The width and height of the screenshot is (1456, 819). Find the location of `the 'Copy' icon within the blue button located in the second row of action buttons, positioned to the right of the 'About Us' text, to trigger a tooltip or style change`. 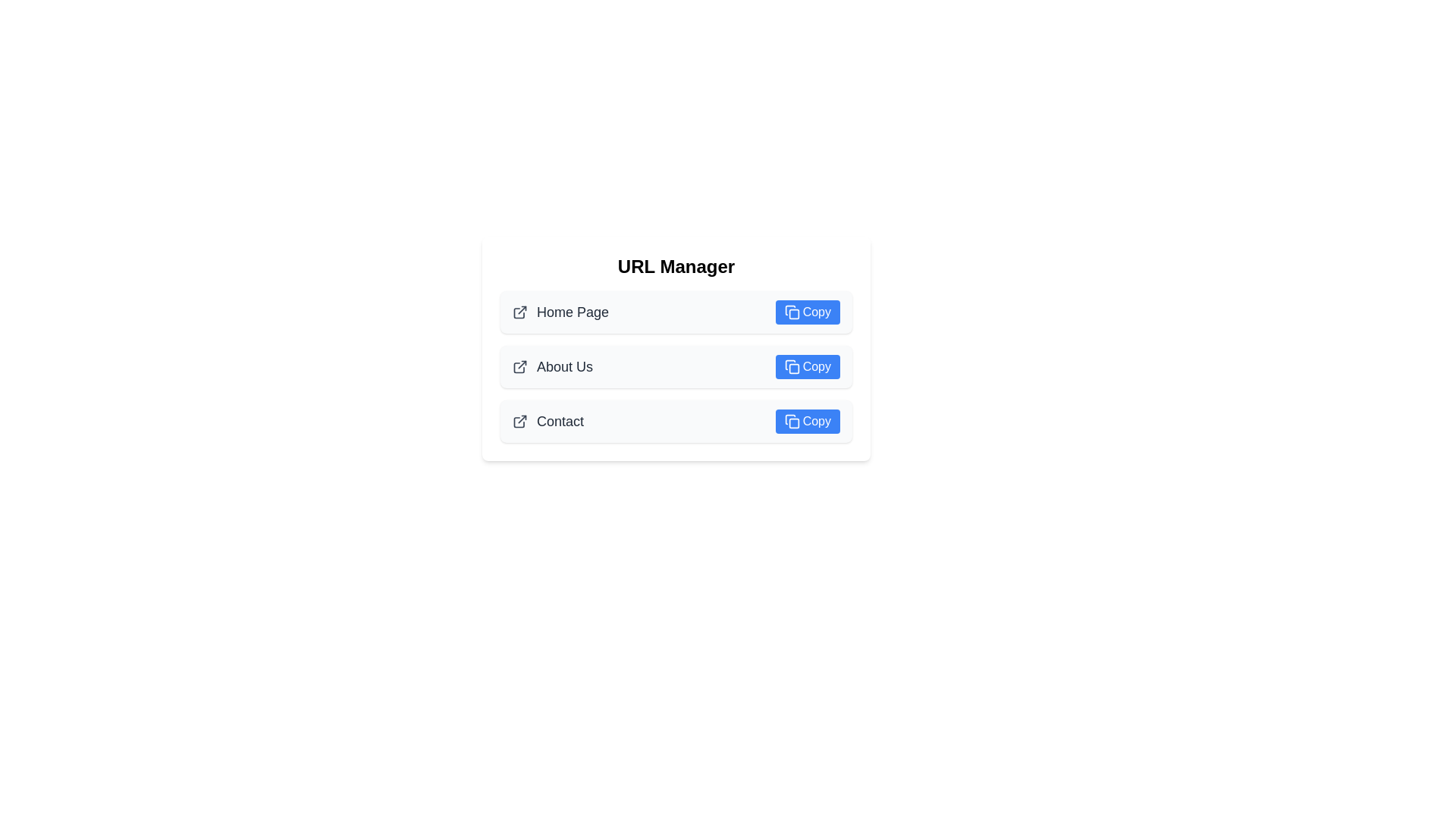

the 'Copy' icon within the blue button located in the second row of action buttons, positioned to the right of the 'About Us' text, to trigger a tooltip or style change is located at coordinates (791, 366).